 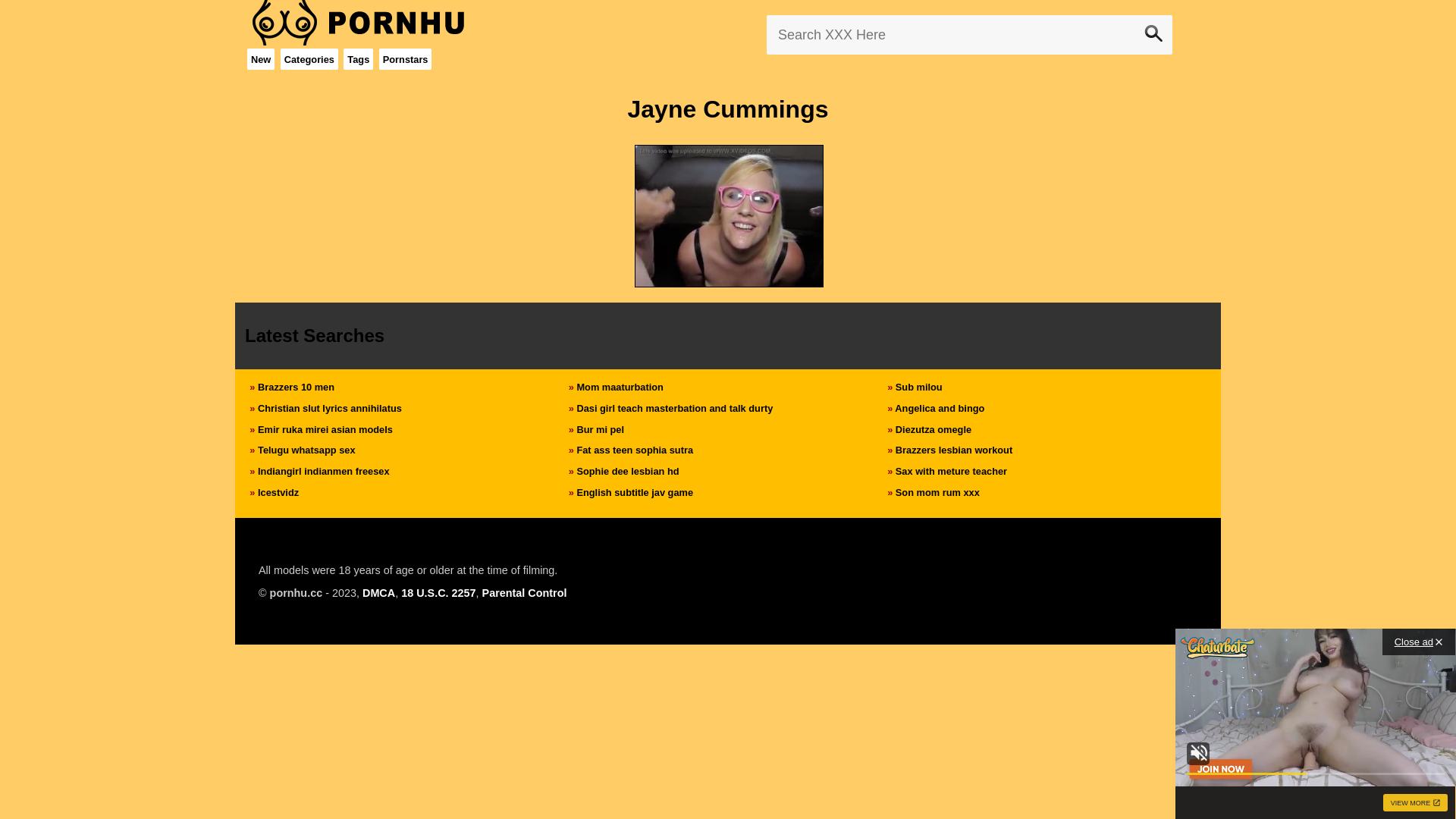 I want to click on 'Bur mi pel', so click(x=599, y=429).